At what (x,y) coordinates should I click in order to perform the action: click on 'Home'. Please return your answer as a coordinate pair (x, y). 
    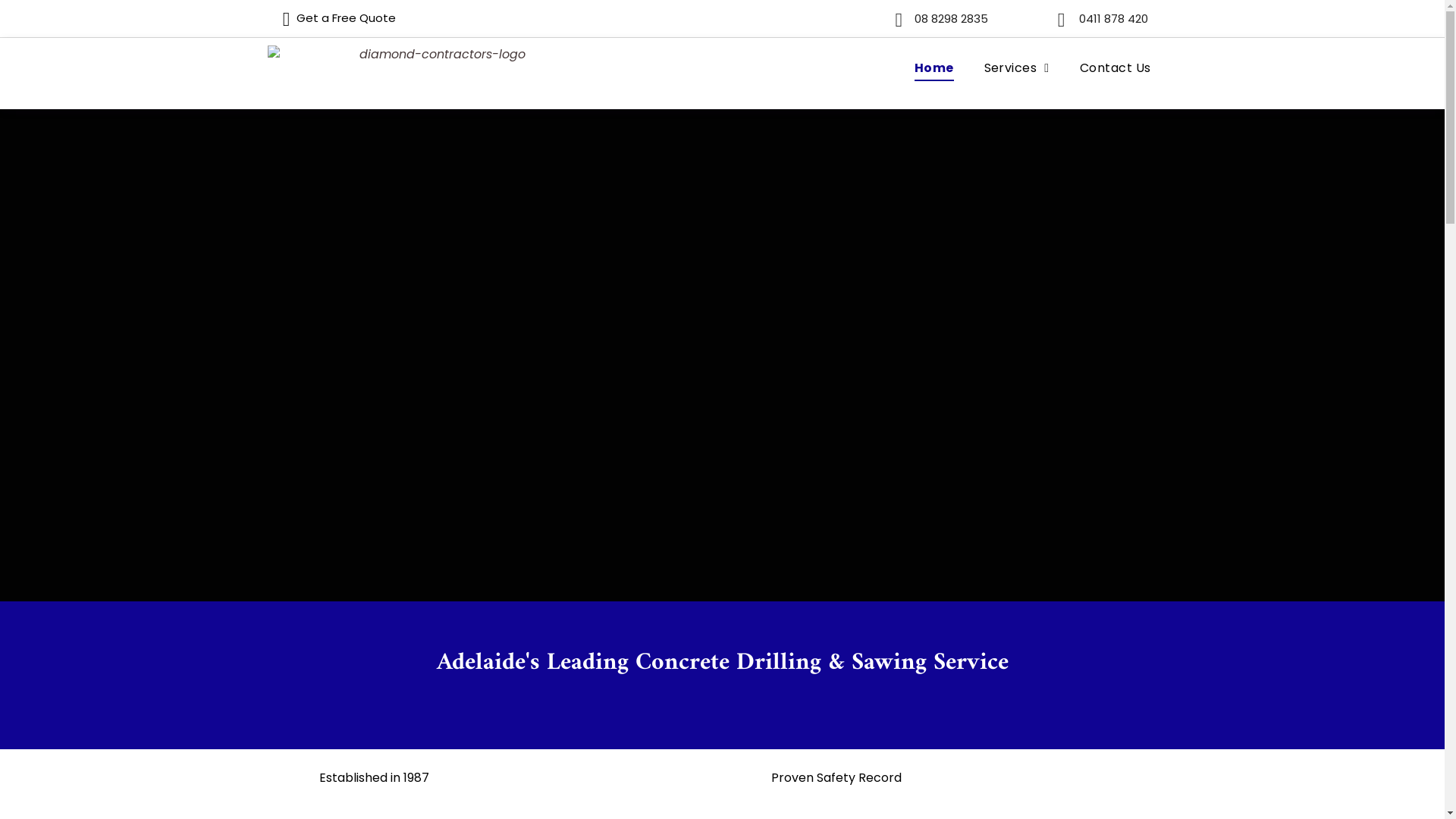
    Looking at the image, I should click on (934, 67).